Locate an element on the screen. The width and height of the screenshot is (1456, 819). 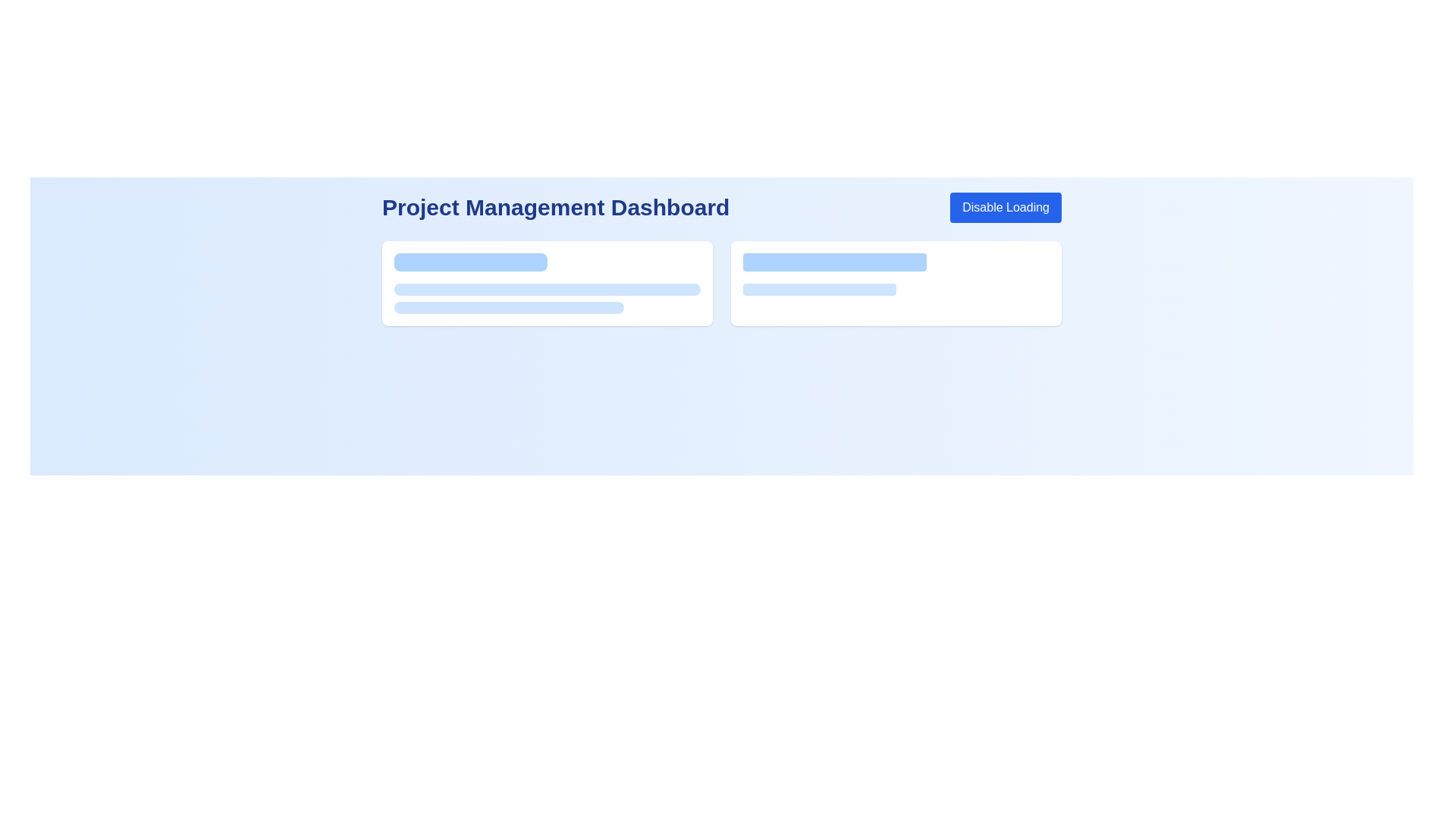
the button located on the top-right corner of the interface is located at coordinates (1006, 207).